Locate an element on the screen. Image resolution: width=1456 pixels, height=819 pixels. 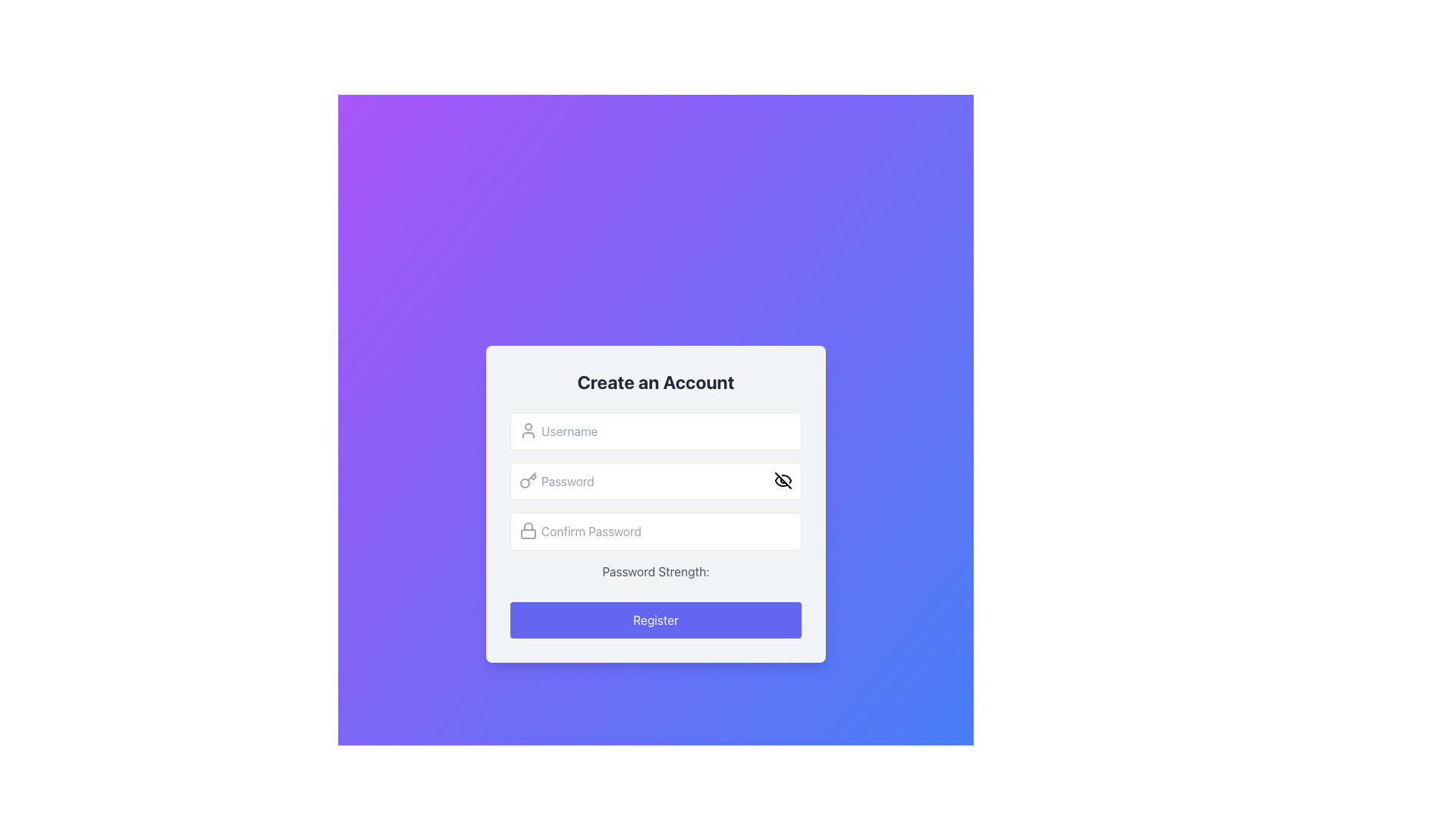
the username input field at the top of the registration form for text entry is located at coordinates (655, 431).